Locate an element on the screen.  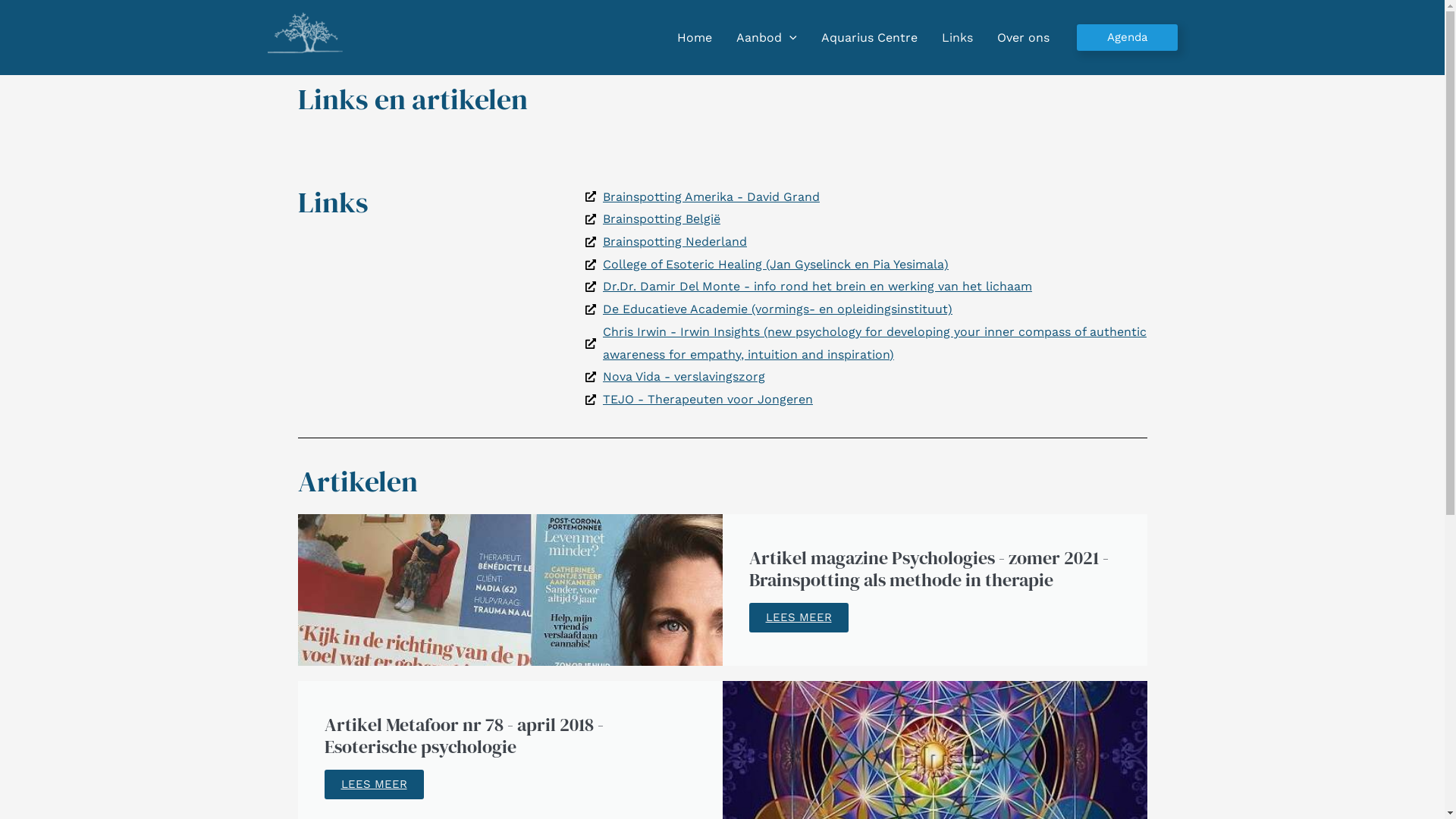
'Agenda' is located at coordinates (1127, 36).